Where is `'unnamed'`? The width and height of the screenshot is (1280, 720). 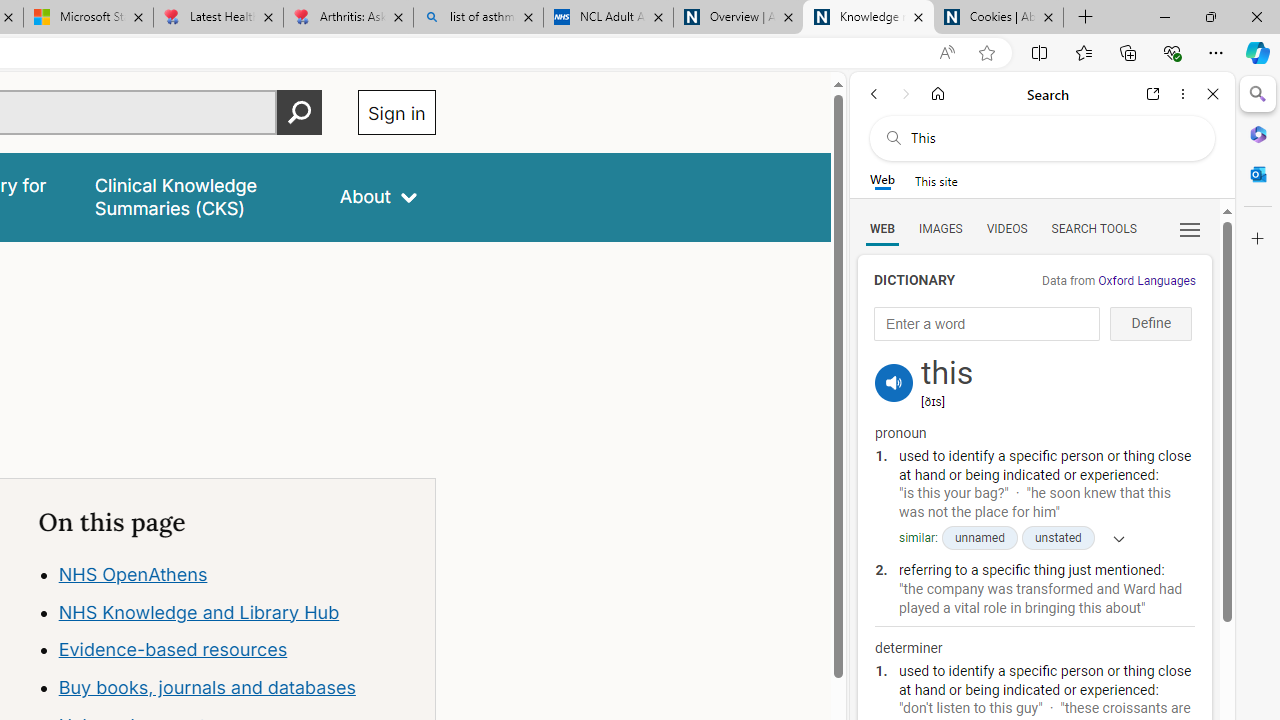 'unnamed' is located at coordinates (979, 537).